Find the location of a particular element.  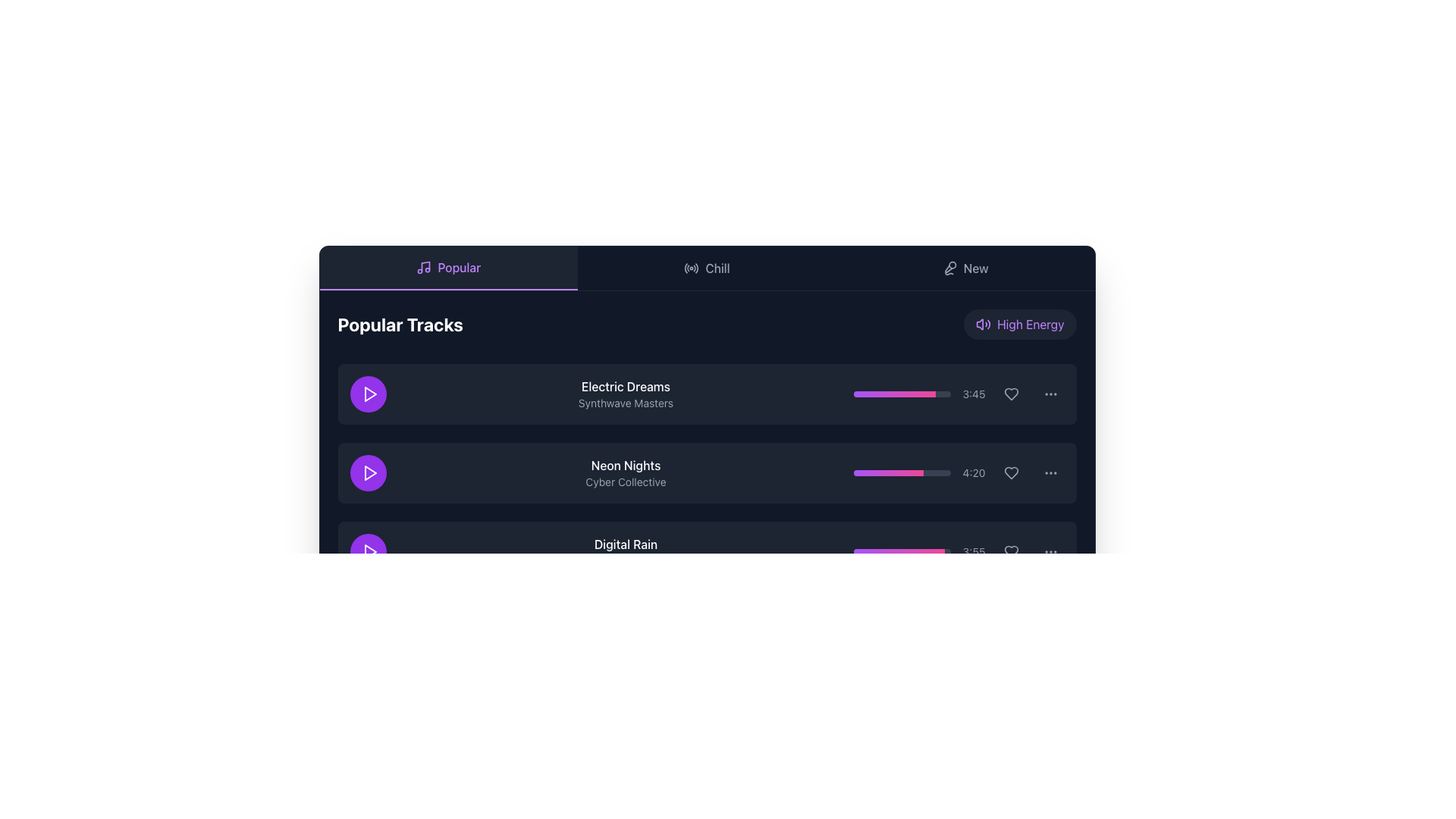

the decorative graphic element of the music note icon located next to the 'Popular' tab in the upper navigation bar is located at coordinates (425, 265).